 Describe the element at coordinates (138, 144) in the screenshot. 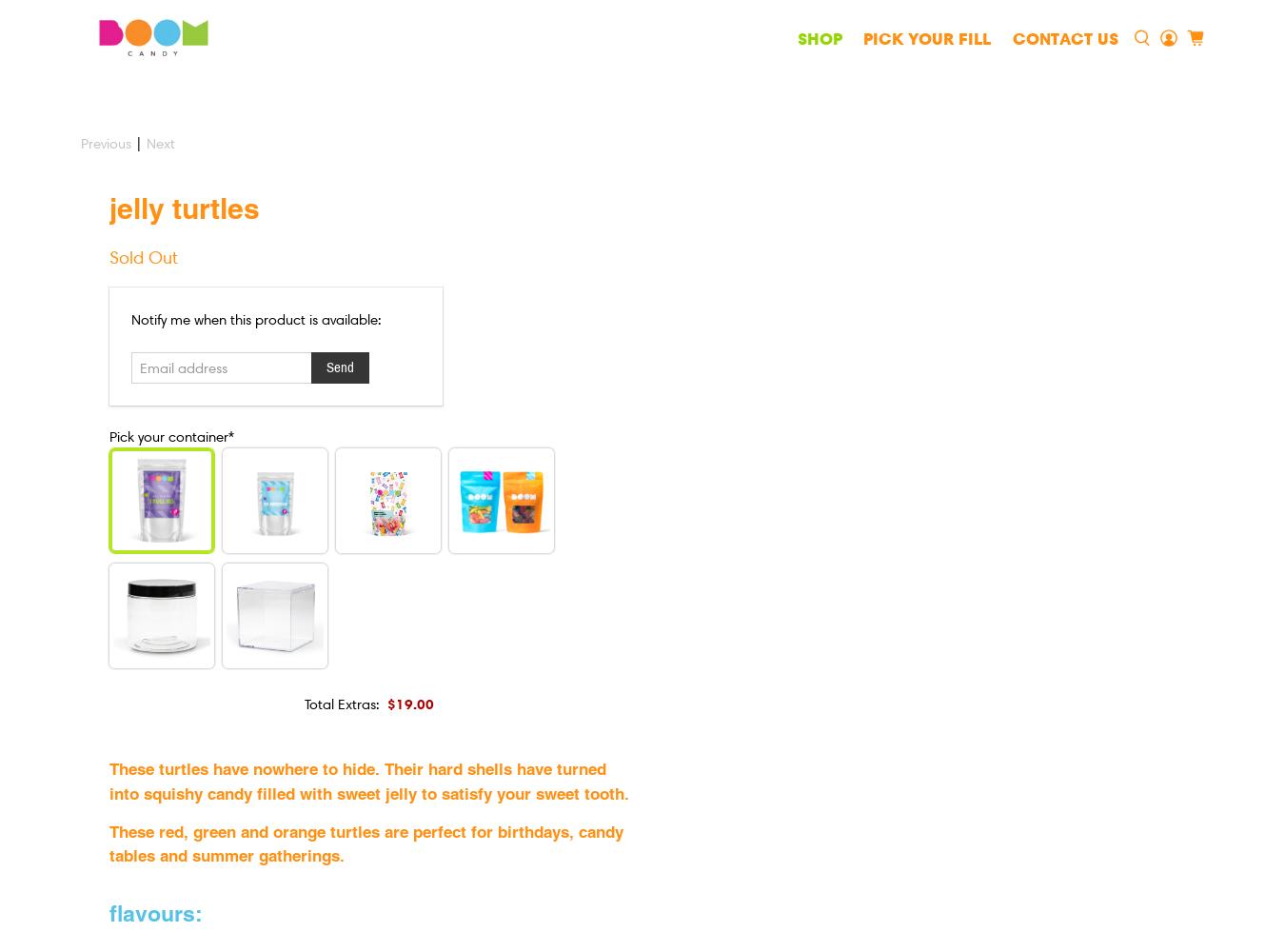

I see `'|'` at that location.